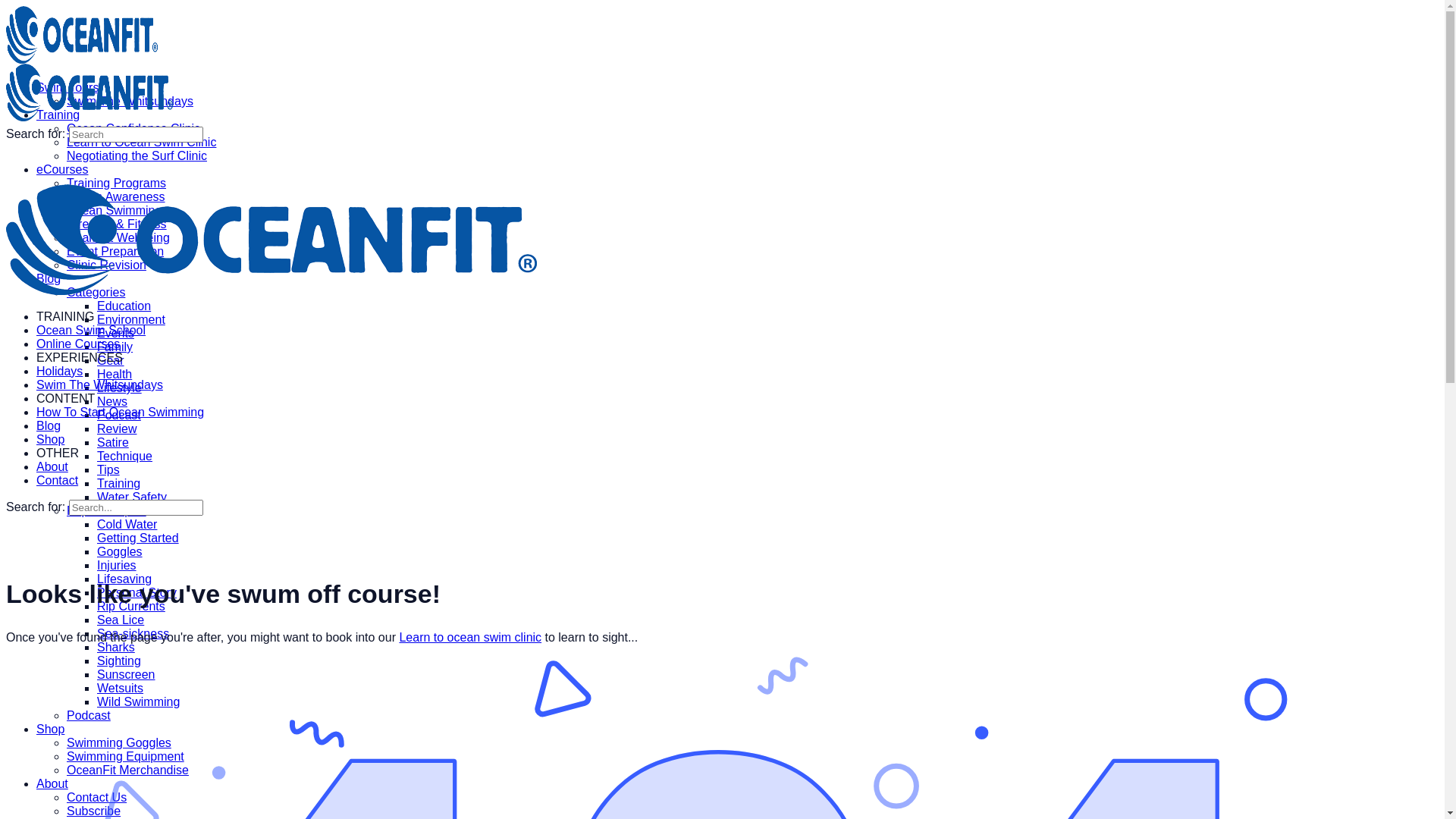 The image size is (1456, 819). What do you see at coordinates (119, 551) in the screenshot?
I see `'Goggles'` at bounding box center [119, 551].